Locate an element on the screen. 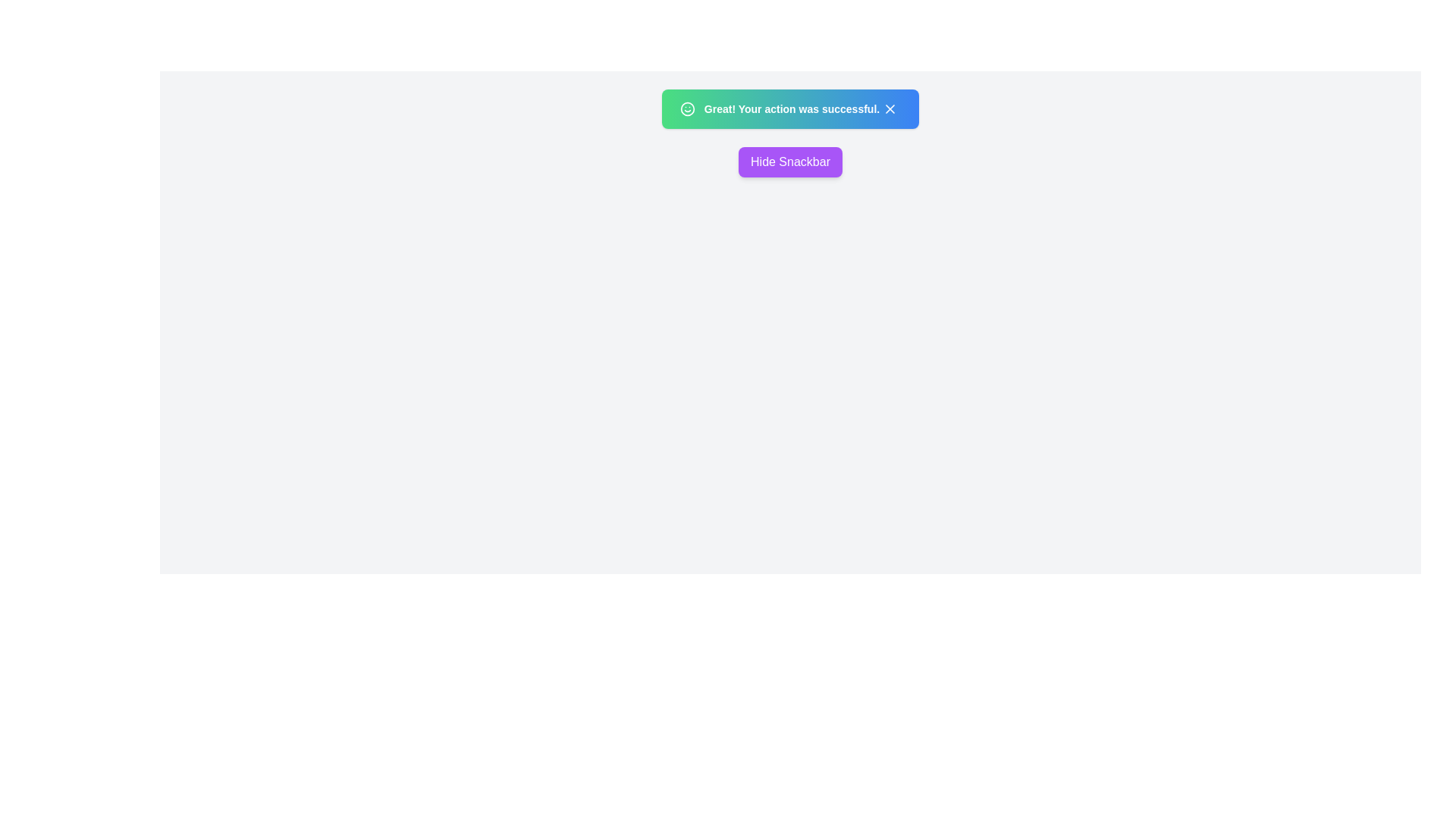 This screenshot has width=1456, height=819. 'Hide Snackbar' button to toggle the snackbar's visibility is located at coordinates (789, 162).